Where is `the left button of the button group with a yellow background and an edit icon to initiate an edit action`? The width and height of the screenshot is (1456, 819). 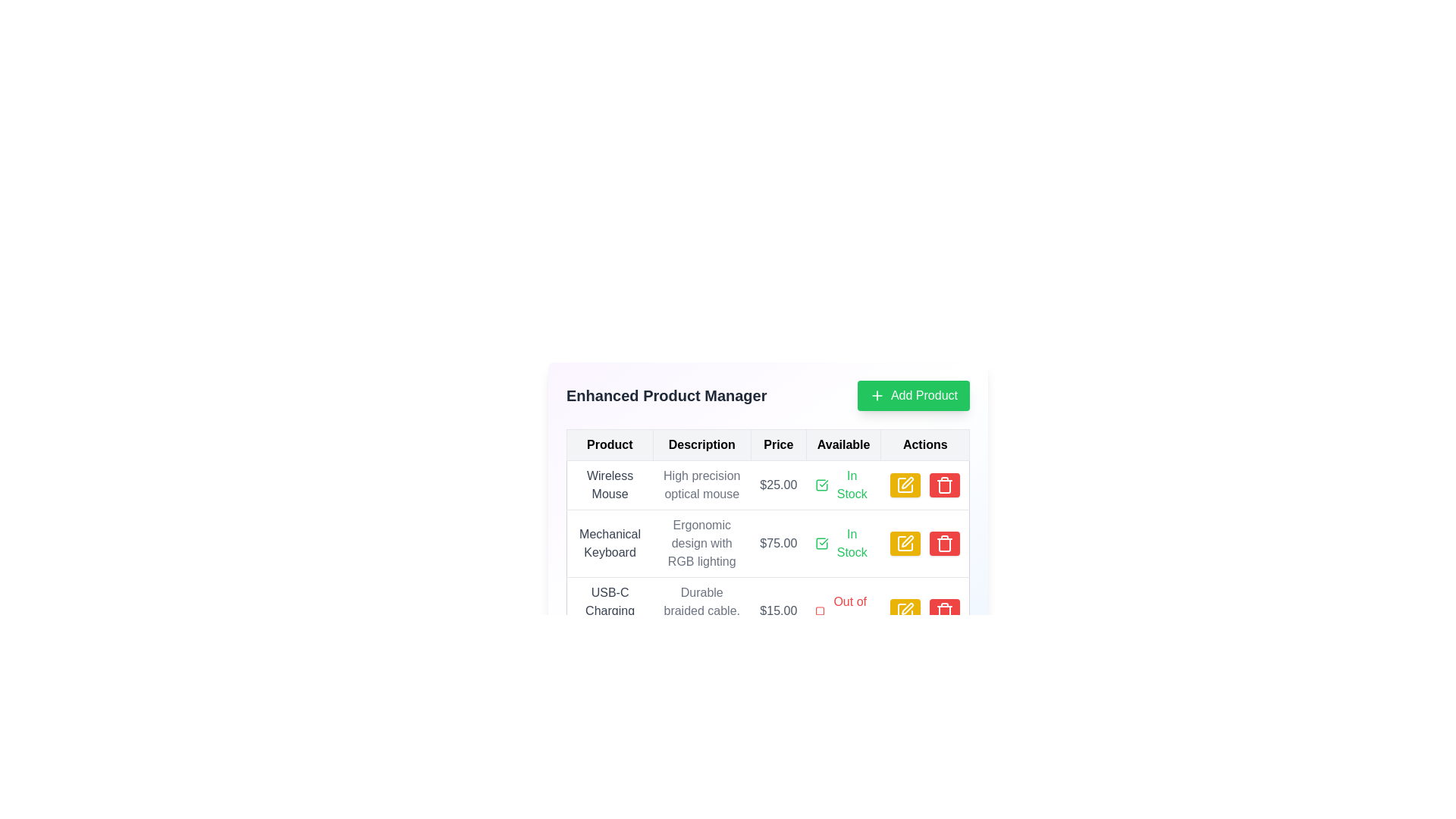
the left button of the button group with a yellow background and an edit icon to initiate an edit action is located at coordinates (924, 543).